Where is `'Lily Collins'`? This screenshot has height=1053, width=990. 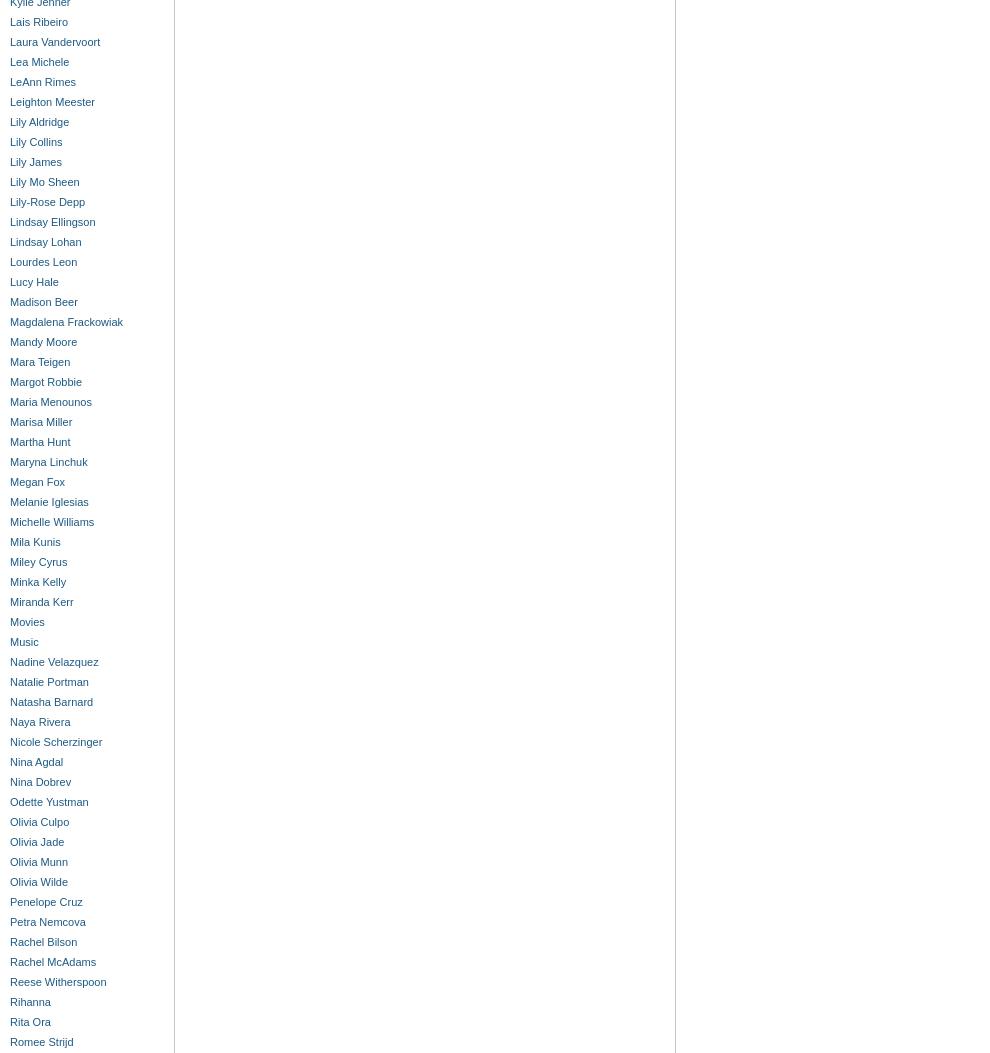
'Lily Collins' is located at coordinates (35, 142).